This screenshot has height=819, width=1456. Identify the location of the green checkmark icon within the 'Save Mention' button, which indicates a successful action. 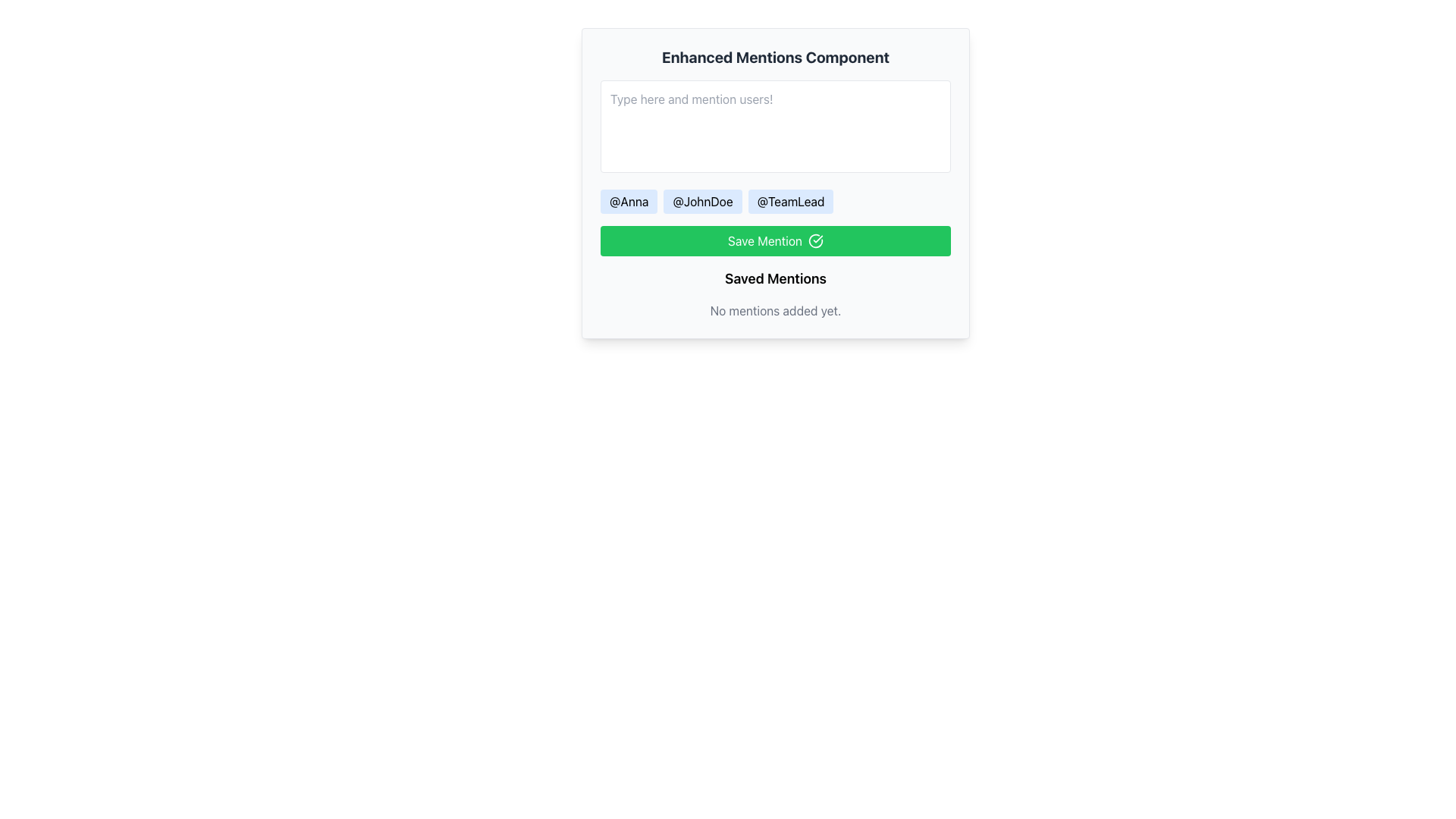
(814, 240).